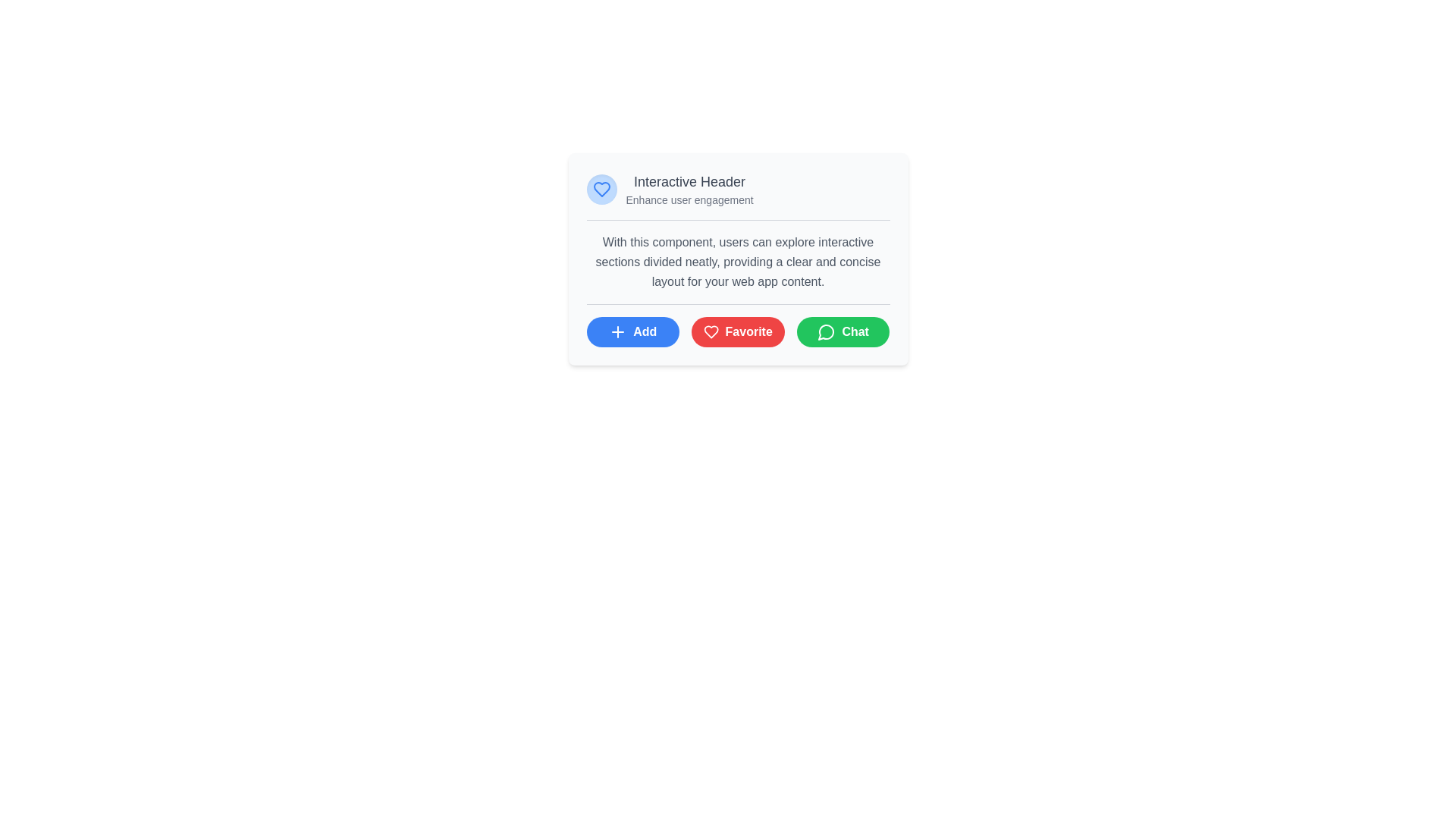  What do you see at coordinates (711, 331) in the screenshot?
I see `the heart-shaped red icon located below the 'Interactive Header' text` at bounding box center [711, 331].